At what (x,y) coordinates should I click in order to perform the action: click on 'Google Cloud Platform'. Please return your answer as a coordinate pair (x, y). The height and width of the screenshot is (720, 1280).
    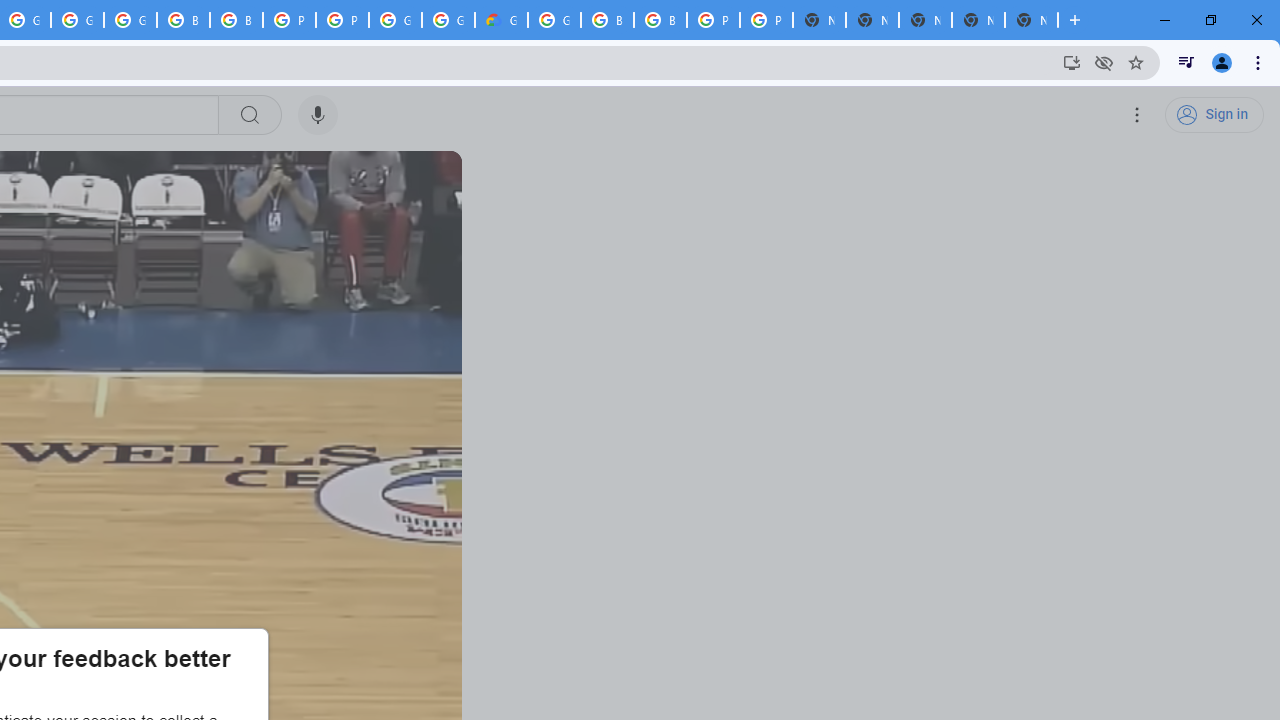
    Looking at the image, I should click on (395, 20).